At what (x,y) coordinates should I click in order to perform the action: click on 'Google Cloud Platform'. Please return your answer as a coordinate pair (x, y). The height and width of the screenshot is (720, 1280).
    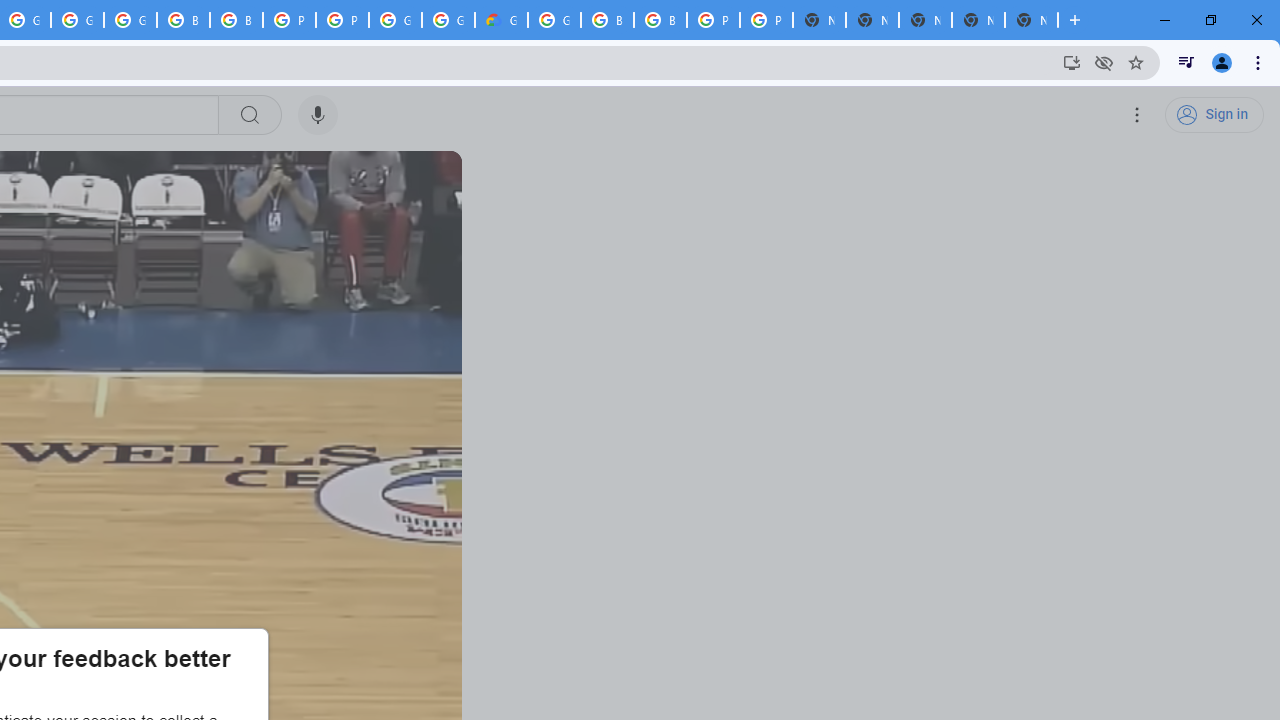
    Looking at the image, I should click on (395, 20).